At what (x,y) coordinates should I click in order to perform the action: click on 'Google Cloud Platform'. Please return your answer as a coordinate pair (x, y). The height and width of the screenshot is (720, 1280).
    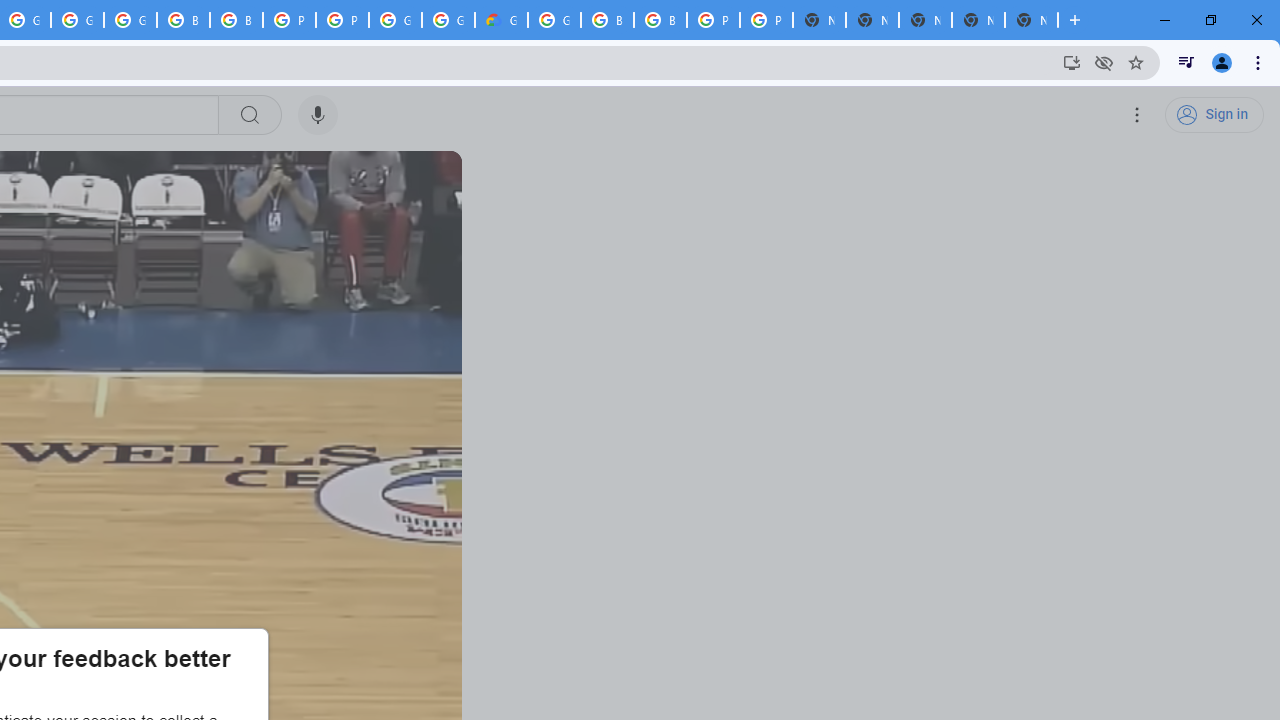
    Looking at the image, I should click on (395, 20).